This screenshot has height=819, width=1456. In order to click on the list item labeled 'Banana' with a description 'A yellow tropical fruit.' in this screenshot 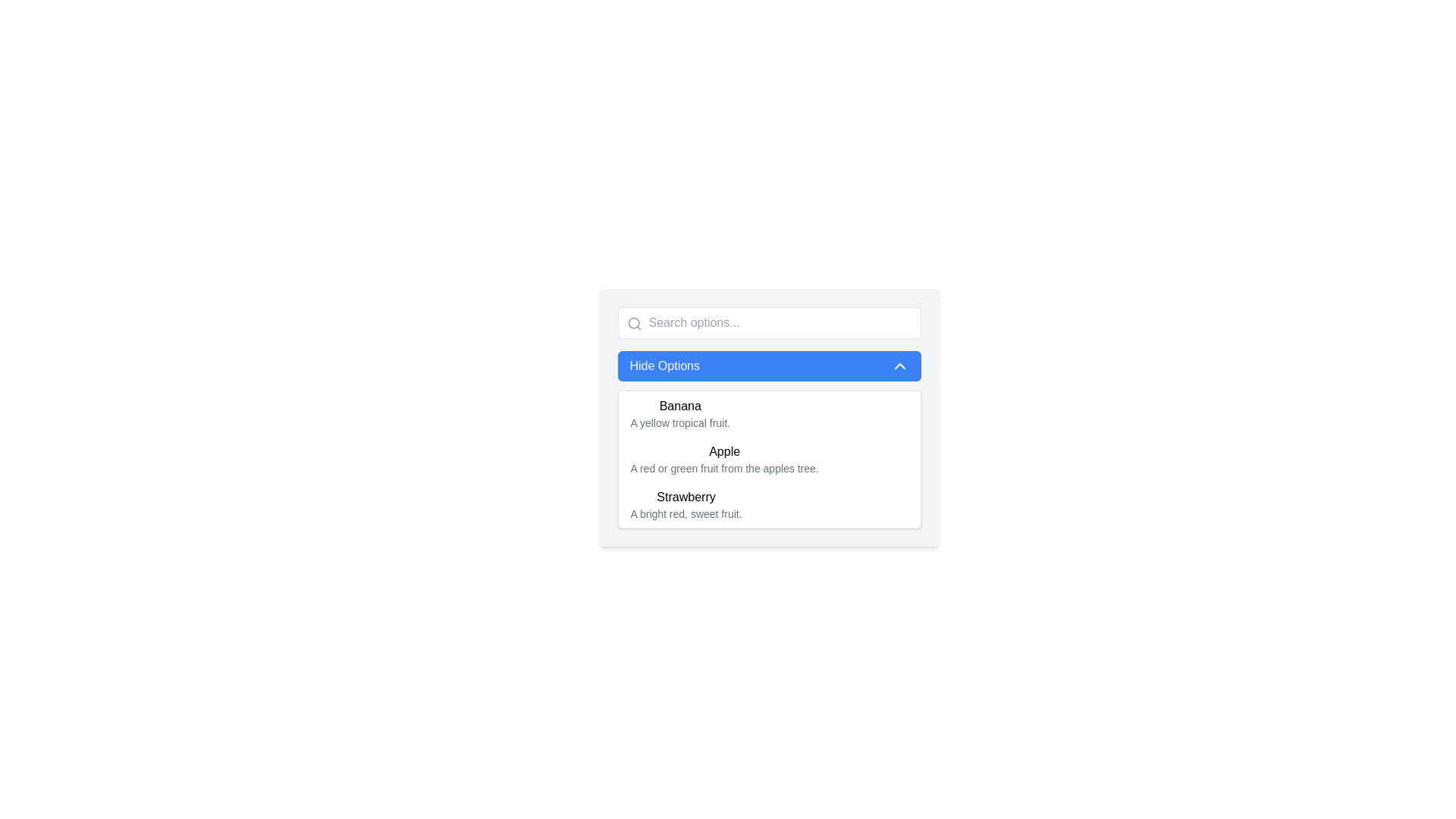, I will do `click(769, 414)`.